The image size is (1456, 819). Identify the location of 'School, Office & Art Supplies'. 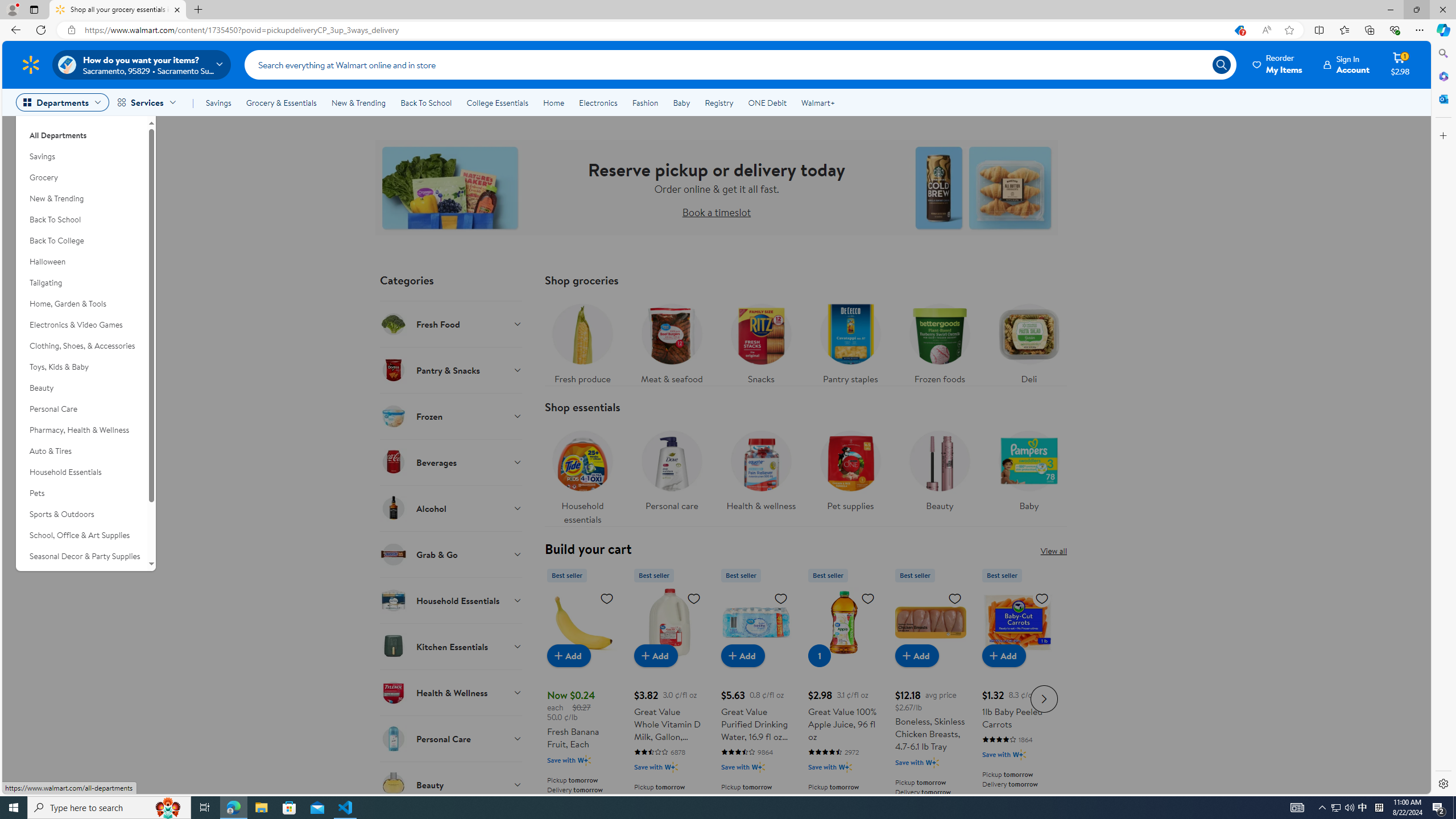
(81, 535).